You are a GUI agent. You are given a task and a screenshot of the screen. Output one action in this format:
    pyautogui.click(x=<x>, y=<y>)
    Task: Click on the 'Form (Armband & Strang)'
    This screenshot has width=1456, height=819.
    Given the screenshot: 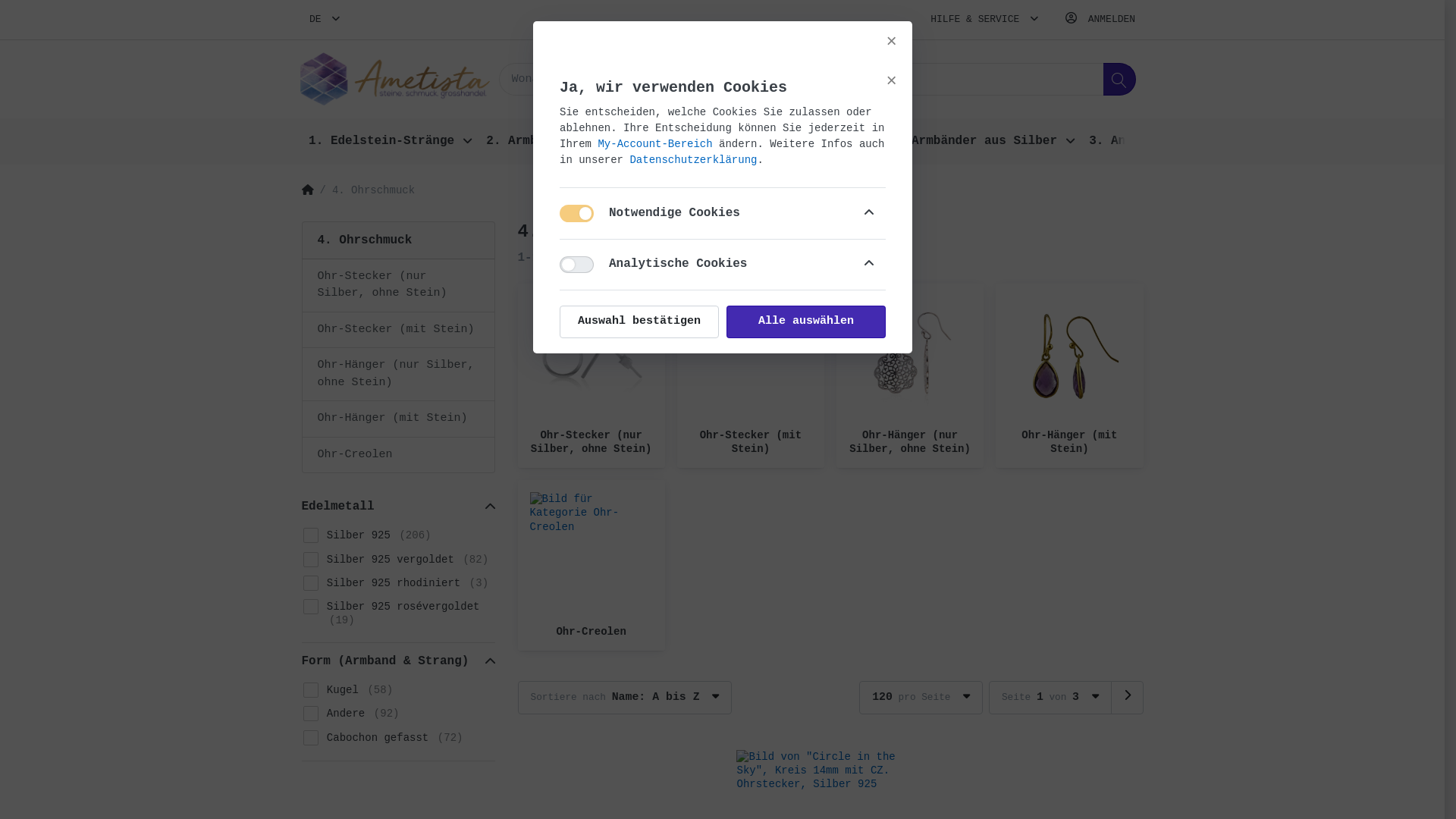 What is the action you would take?
    pyautogui.click(x=398, y=660)
    